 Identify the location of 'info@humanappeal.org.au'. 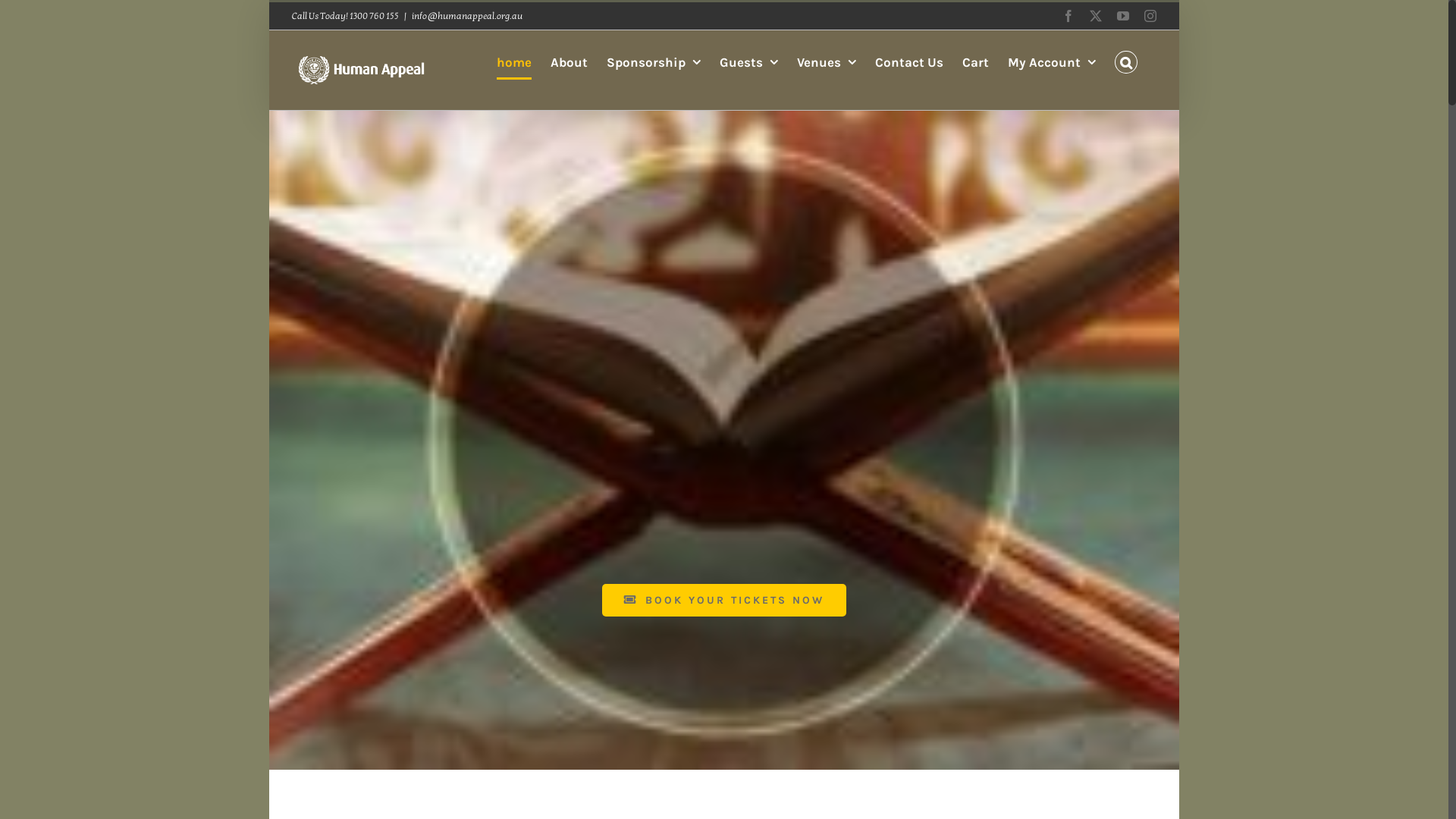
(466, 15).